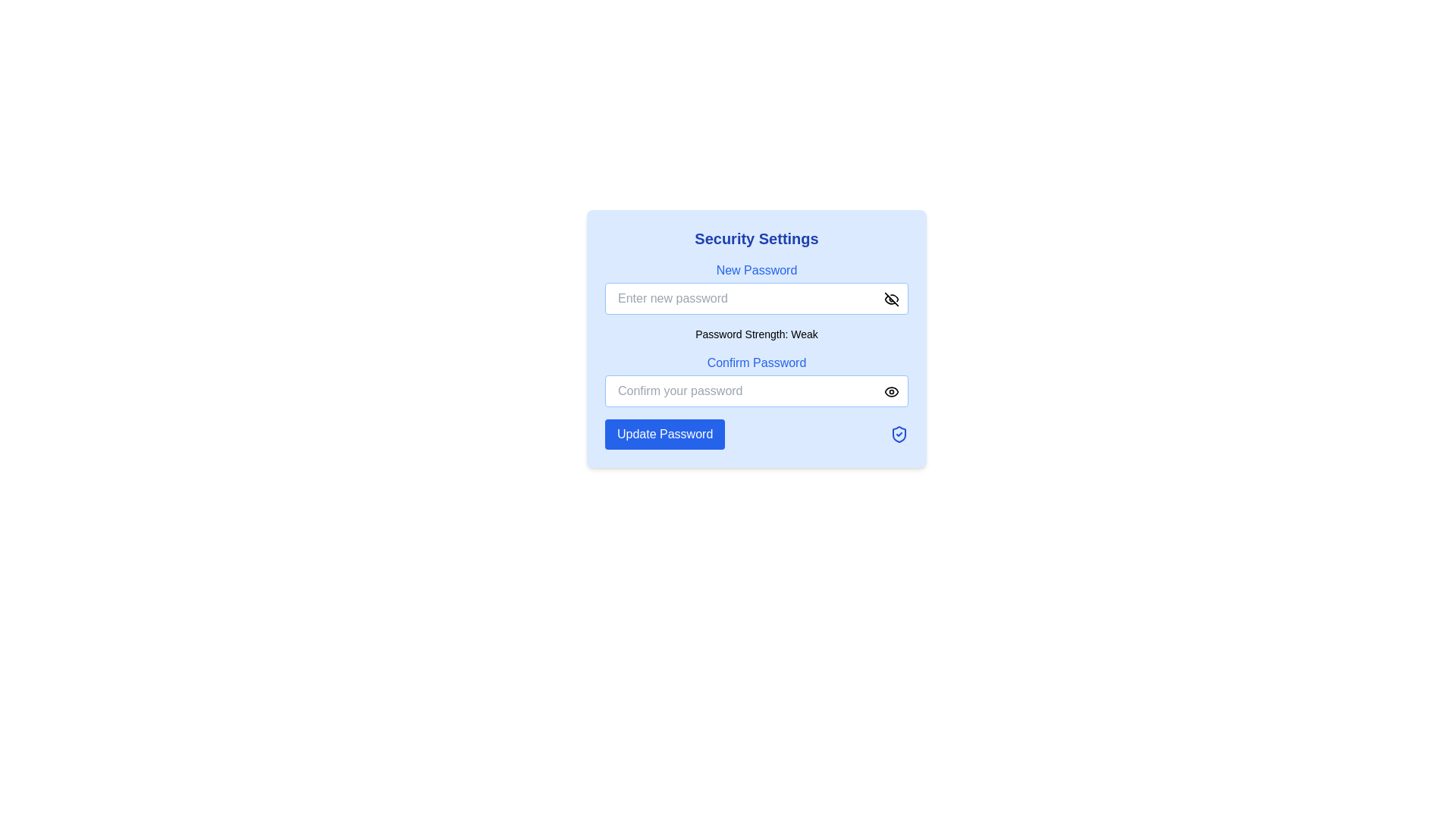 This screenshot has width=1456, height=819. Describe the element at coordinates (899, 435) in the screenshot. I see `the blue shield-shaped icon positioned to the right of the 'Update Password' button within the 'Security Settings' box` at that location.